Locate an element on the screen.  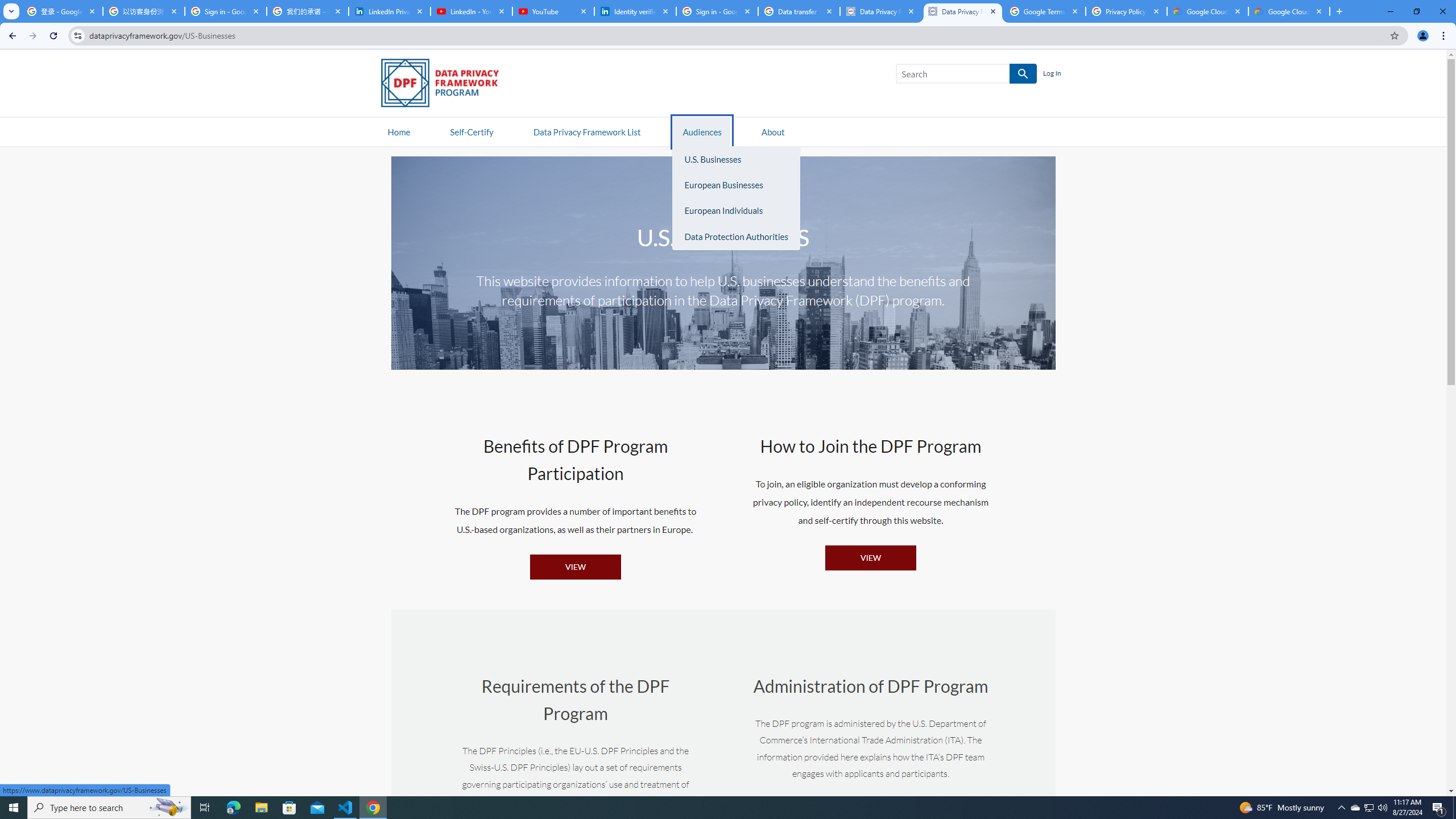
'Log In' is located at coordinates (1051, 73).